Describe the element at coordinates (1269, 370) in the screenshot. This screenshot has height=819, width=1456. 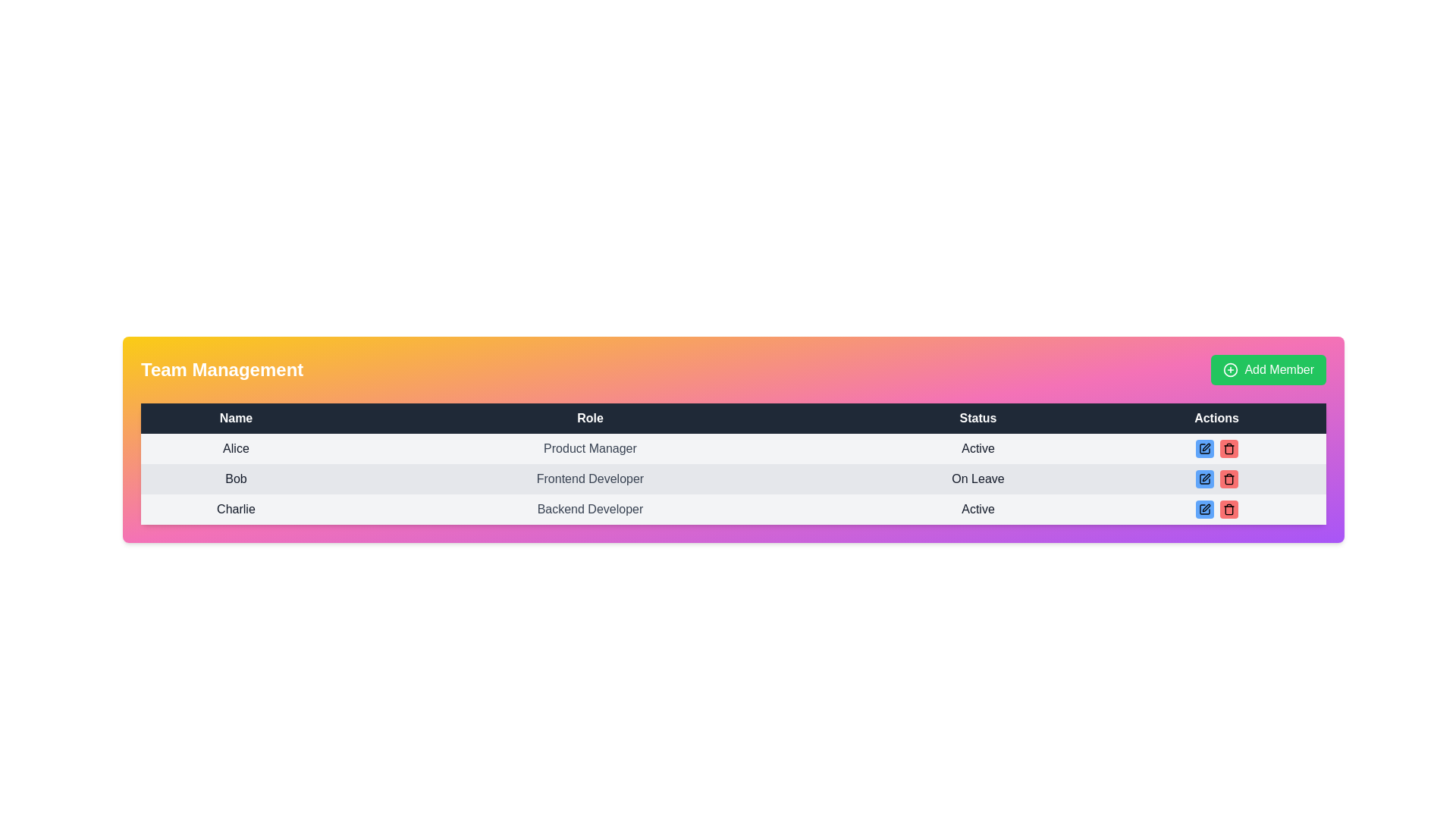
I see `the button on the right side of the header section labeled 'Team Management'` at that location.